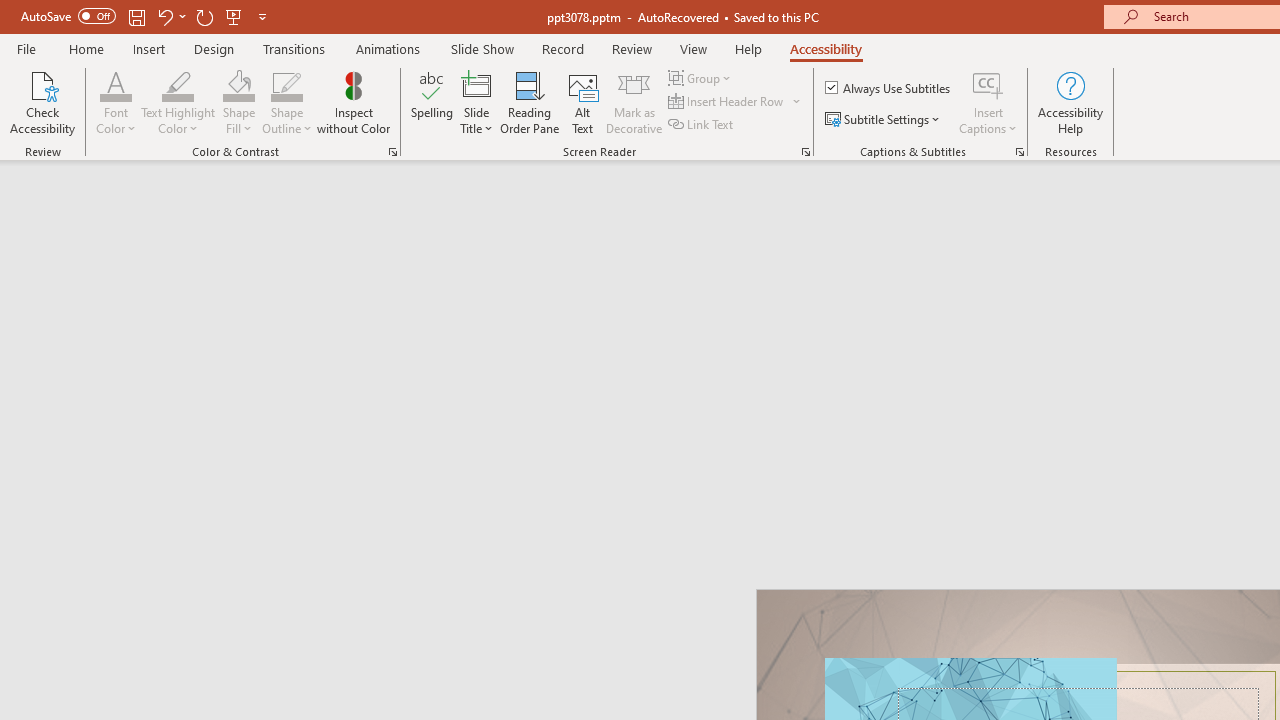 This screenshot has height=720, width=1280. I want to click on 'Color & Contrast', so click(392, 150).